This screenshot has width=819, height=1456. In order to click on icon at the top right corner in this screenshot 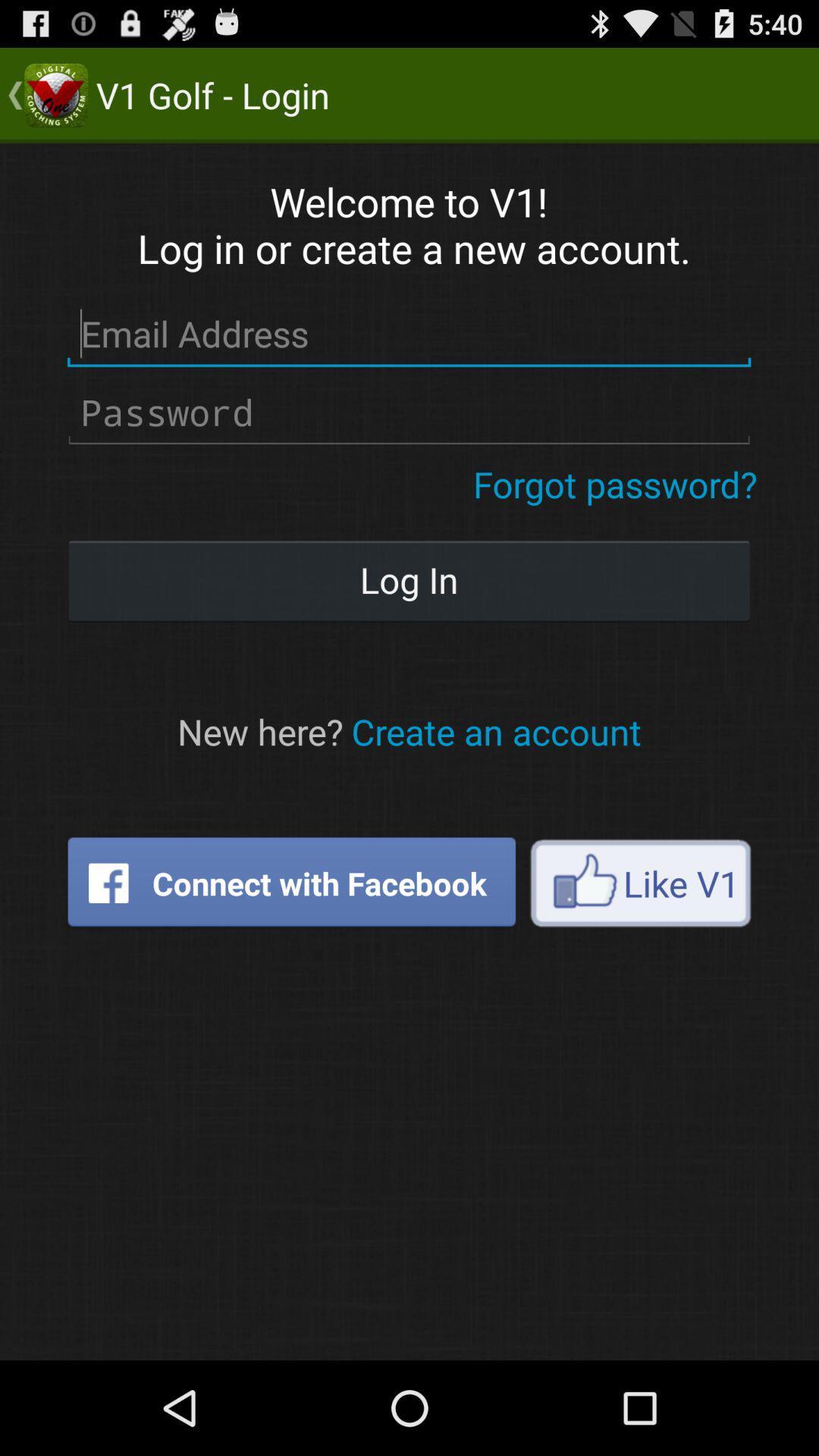, I will do `click(615, 483)`.